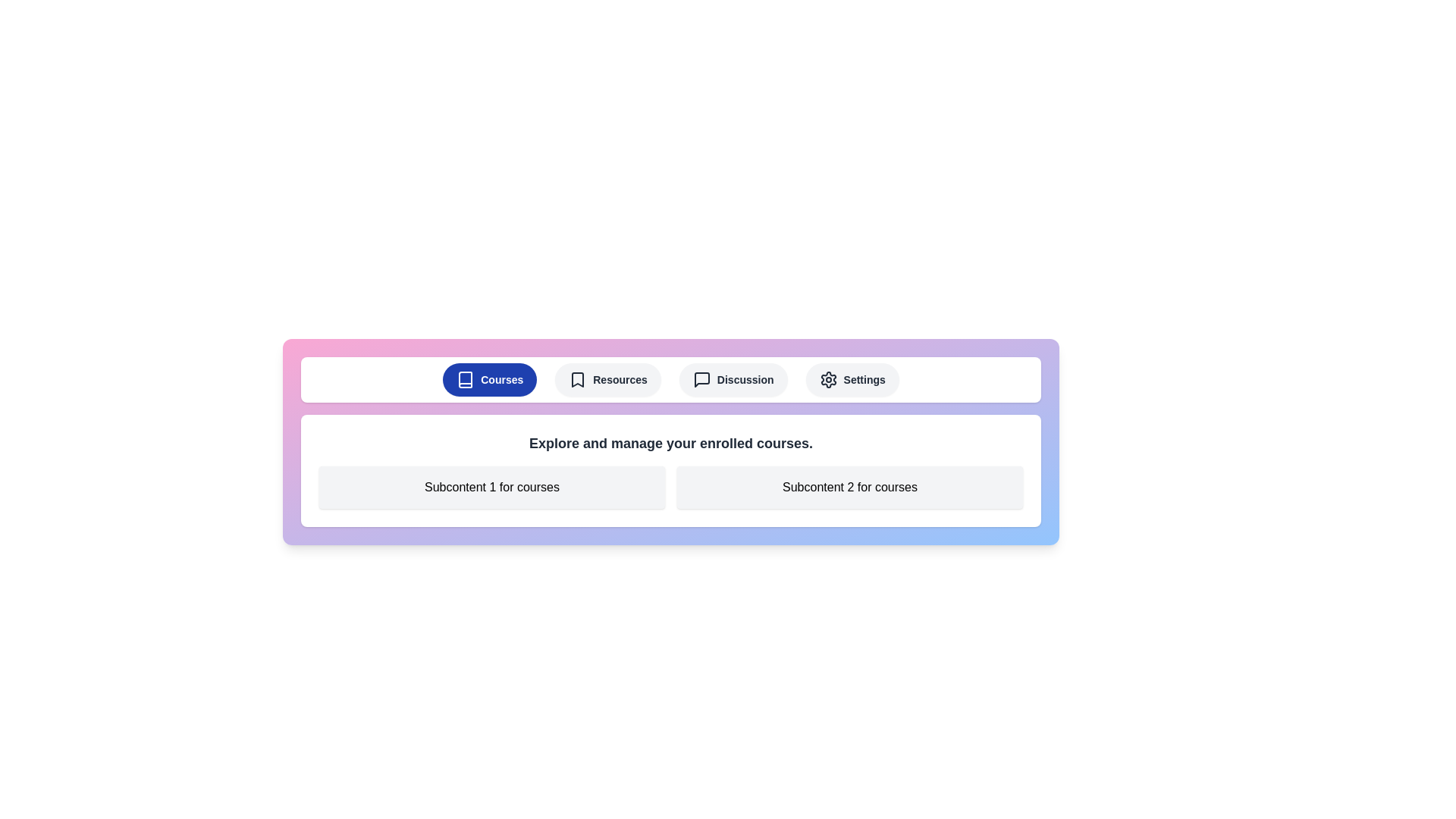 The height and width of the screenshot is (819, 1456). Describe the element at coordinates (827, 379) in the screenshot. I see `the settings menu icon located in the top-right side of the interface` at that location.